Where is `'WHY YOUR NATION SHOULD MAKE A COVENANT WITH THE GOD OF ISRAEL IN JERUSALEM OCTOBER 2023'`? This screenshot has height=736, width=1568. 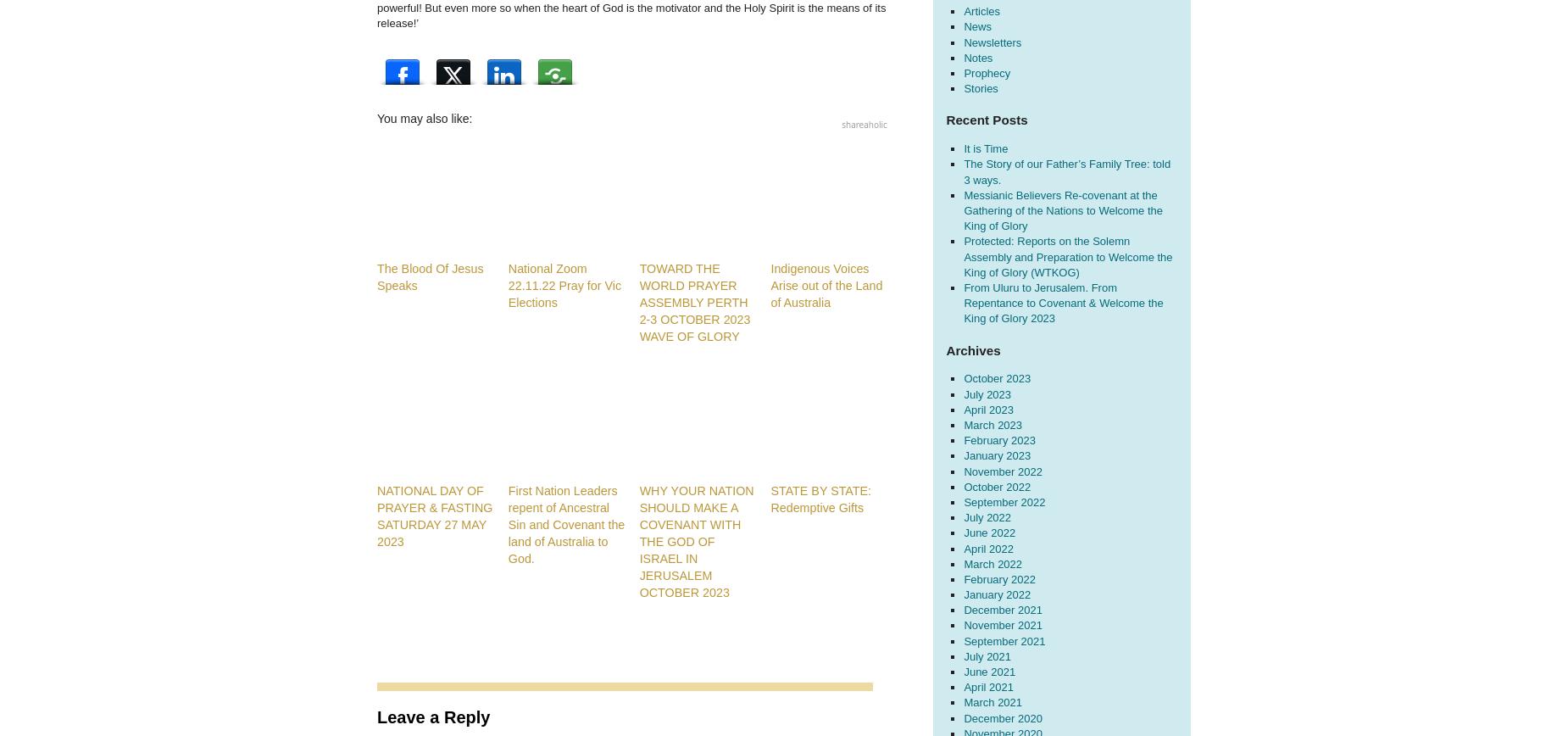 'WHY YOUR NATION SHOULD MAKE A COVENANT WITH THE GOD OF ISRAEL IN JERUSALEM OCTOBER 2023' is located at coordinates (639, 541).